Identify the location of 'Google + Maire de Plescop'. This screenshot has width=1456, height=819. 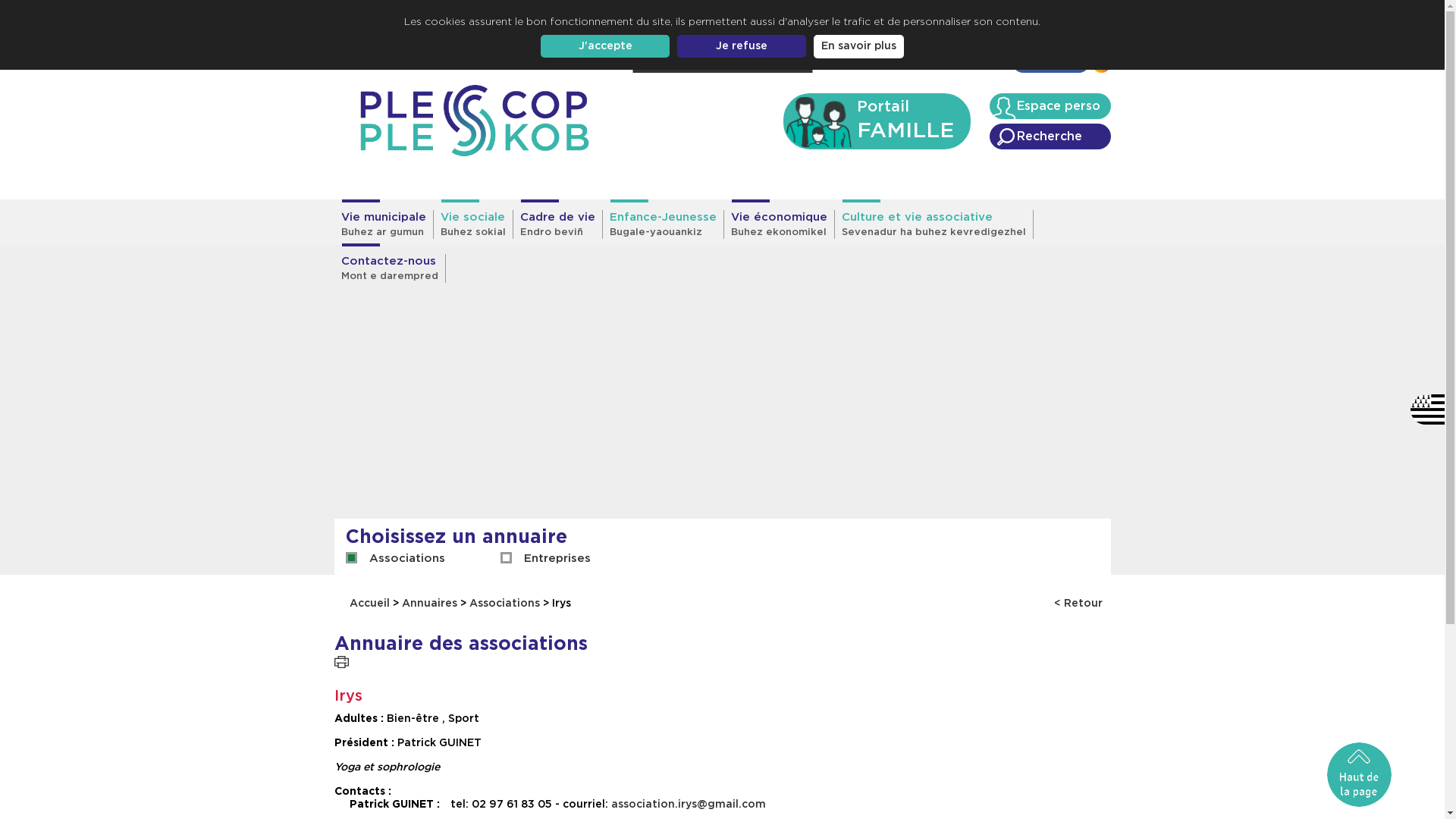
(1008, 66).